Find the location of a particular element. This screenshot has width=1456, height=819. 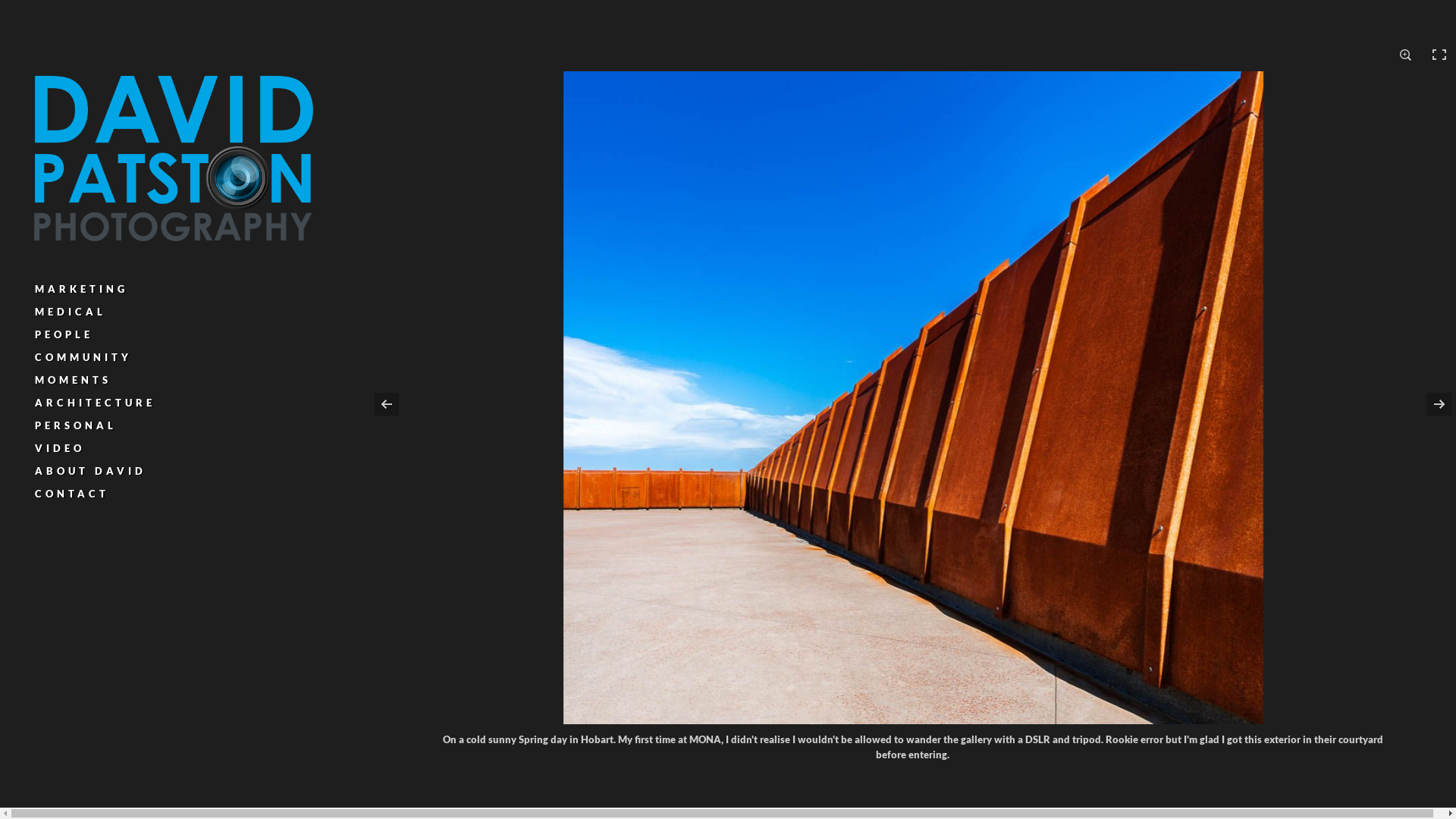

'Previous (arrow left)' is located at coordinates (370, 403).